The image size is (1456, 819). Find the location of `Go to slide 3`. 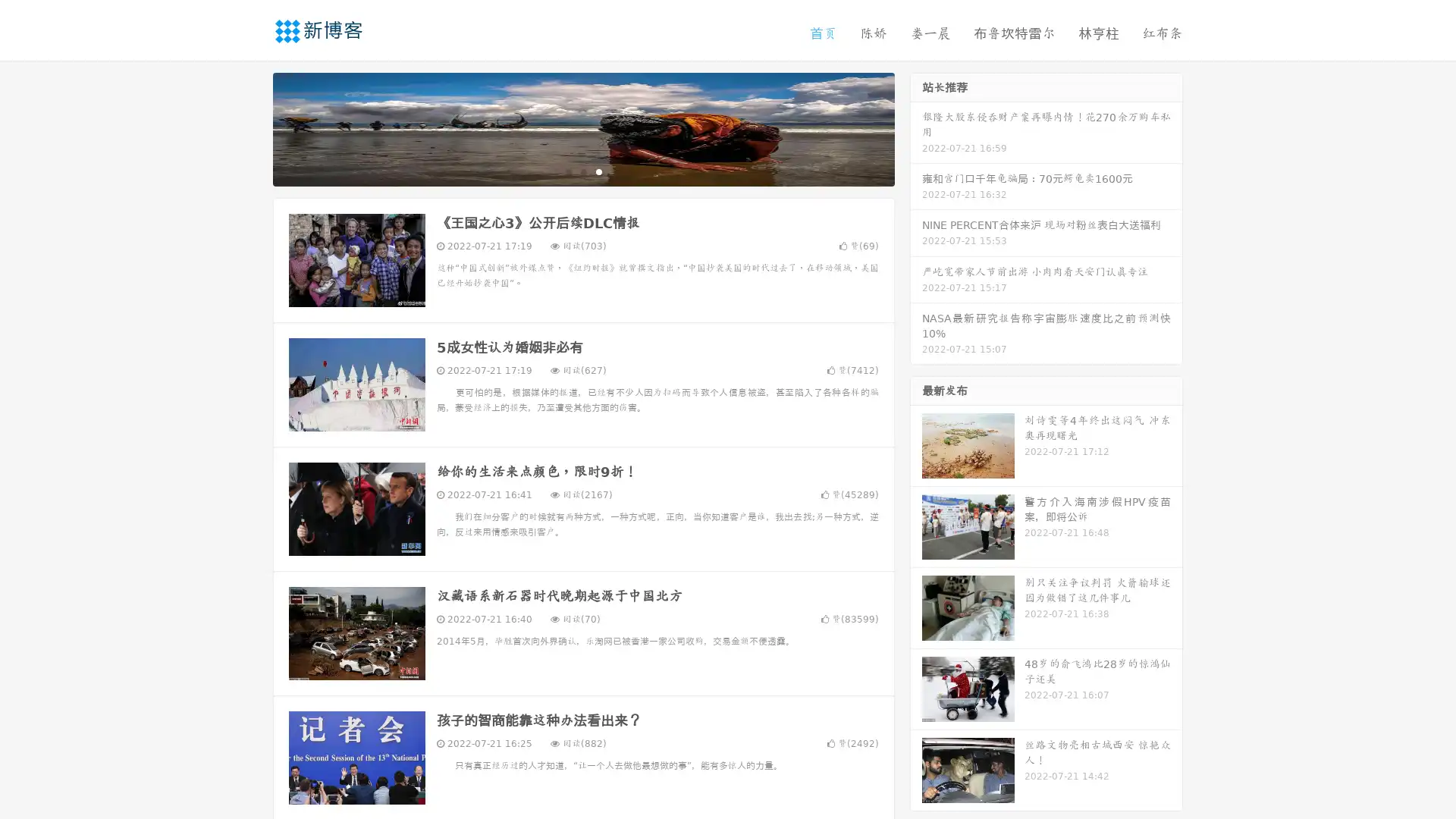

Go to slide 3 is located at coordinates (598, 171).